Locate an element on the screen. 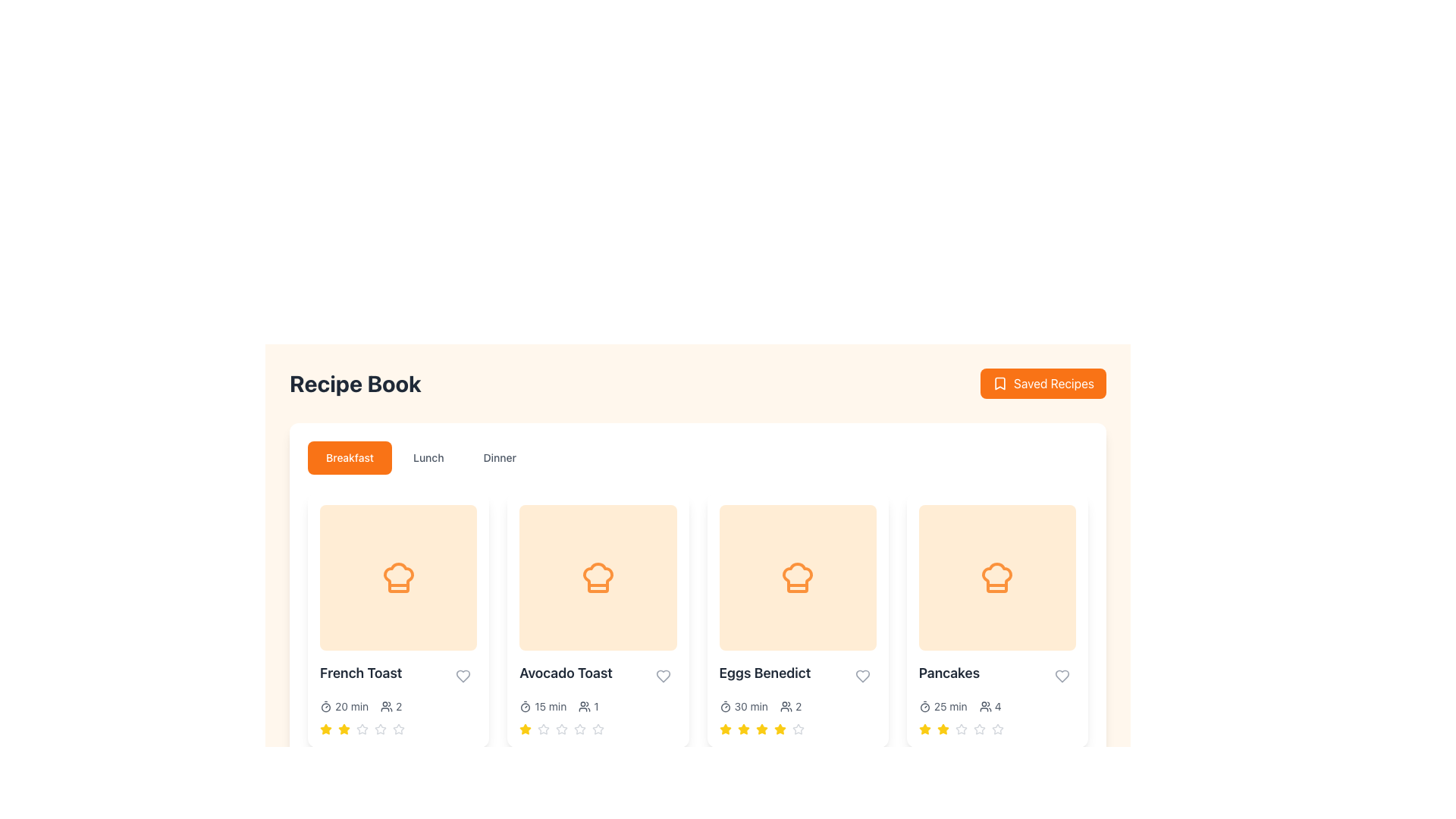 This screenshot has width=1456, height=819. the chef's hat icon located in the 'Pancakes' card in the recipe list interface, which is characterized by its orange strokes on a pale beige background is located at coordinates (997, 578).